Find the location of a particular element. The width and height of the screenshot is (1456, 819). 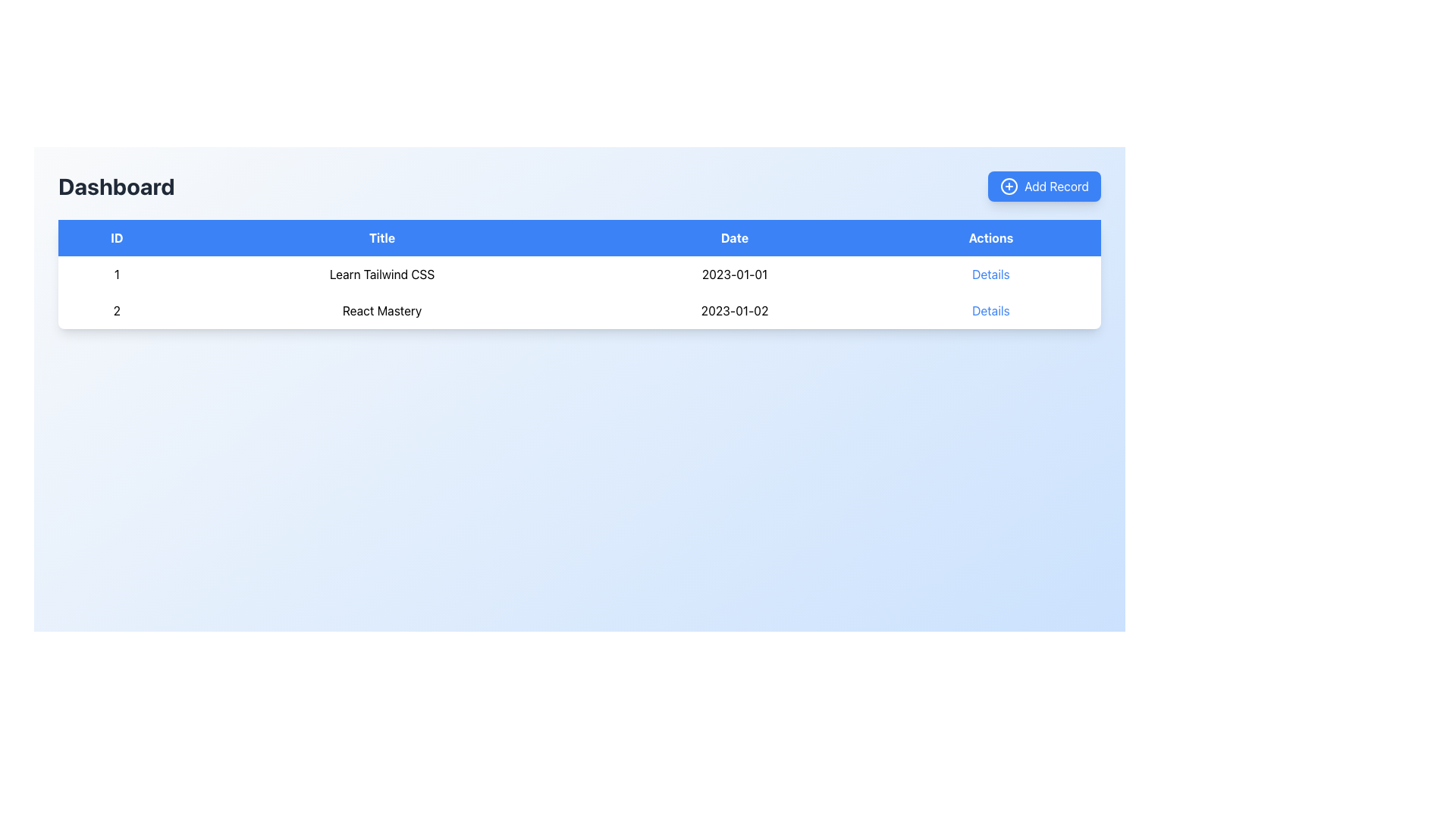

the blue hyperlink labeled 'Details' located in the 'Actions' column of the second row of the data table is located at coordinates (990, 309).